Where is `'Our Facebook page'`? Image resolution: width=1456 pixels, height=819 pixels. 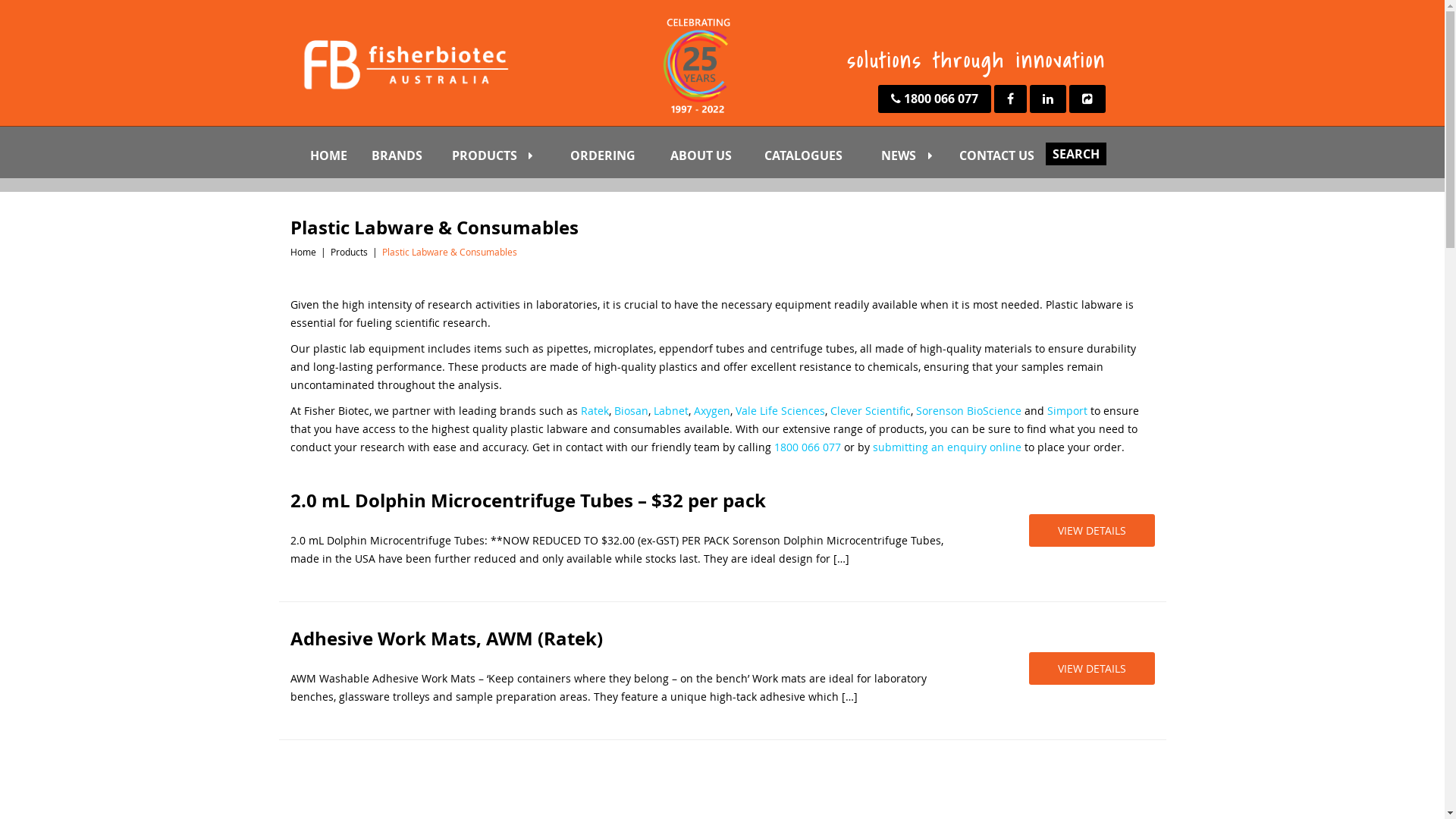
'Our Facebook page' is located at coordinates (1009, 99).